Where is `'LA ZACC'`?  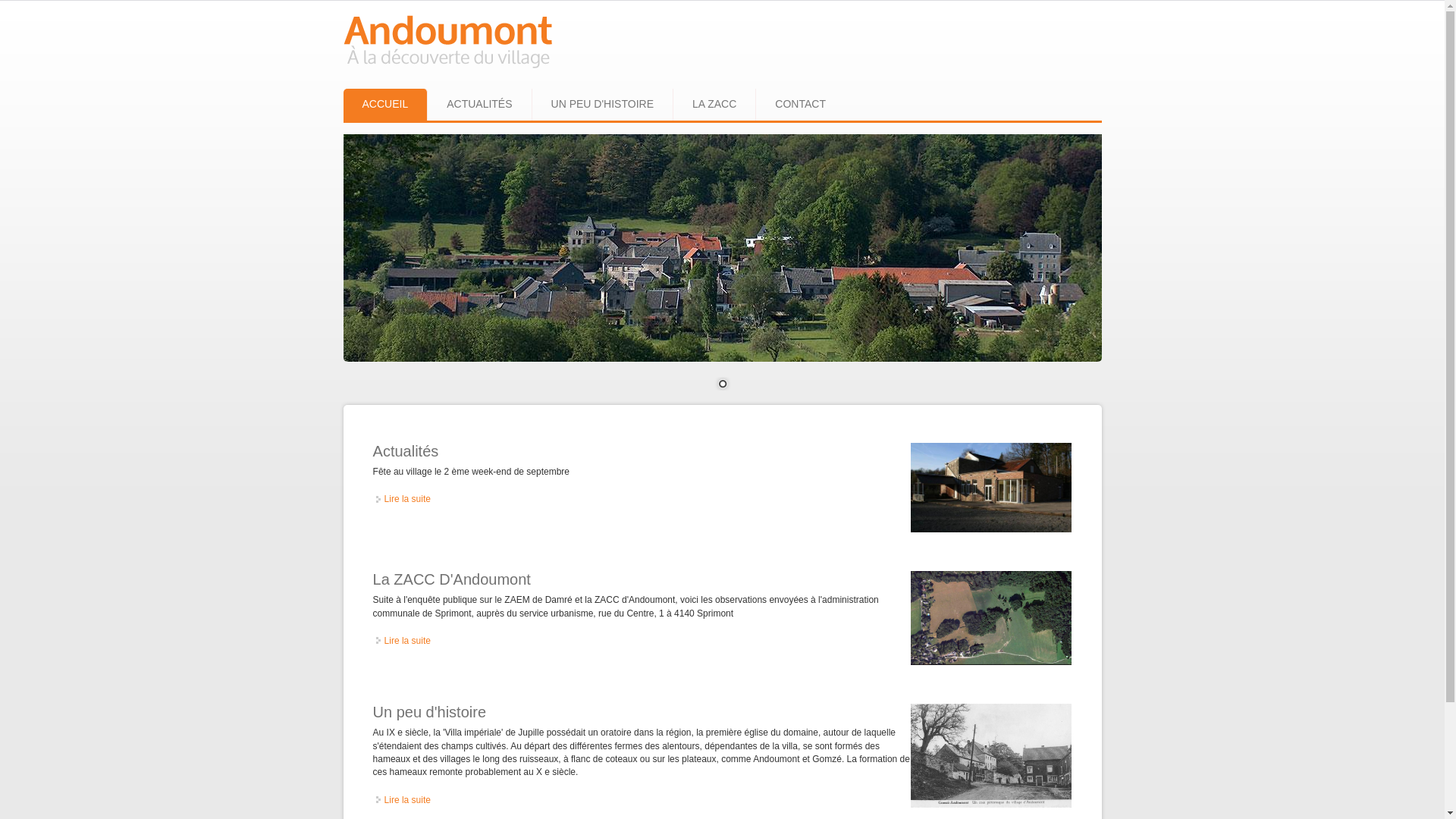
'LA ZACC' is located at coordinates (673, 103).